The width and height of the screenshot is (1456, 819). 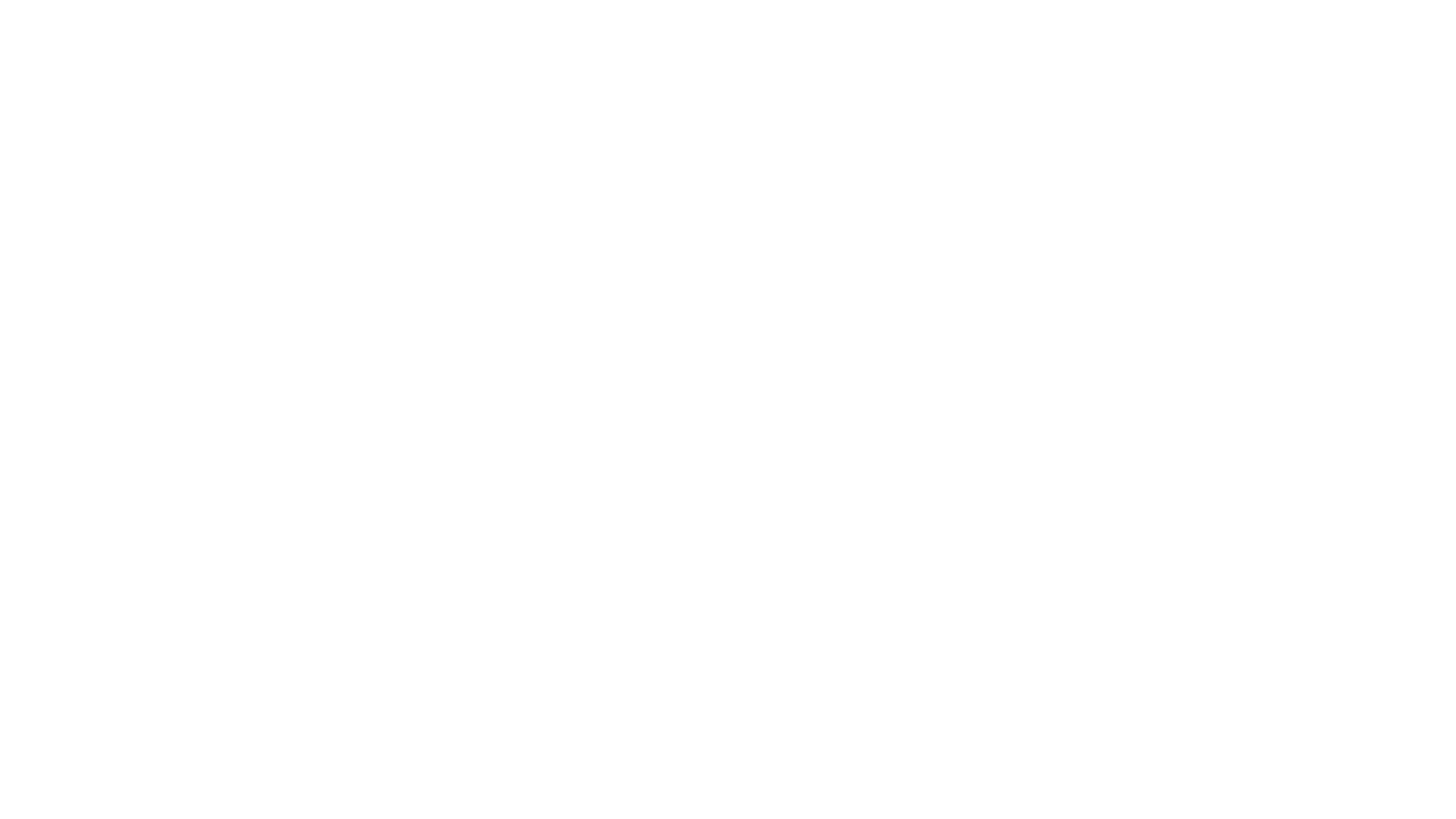 What do you see at coordinates (1024, 24) in the screenshot?
I see `Sign In` at bounding box center [1024, 24].